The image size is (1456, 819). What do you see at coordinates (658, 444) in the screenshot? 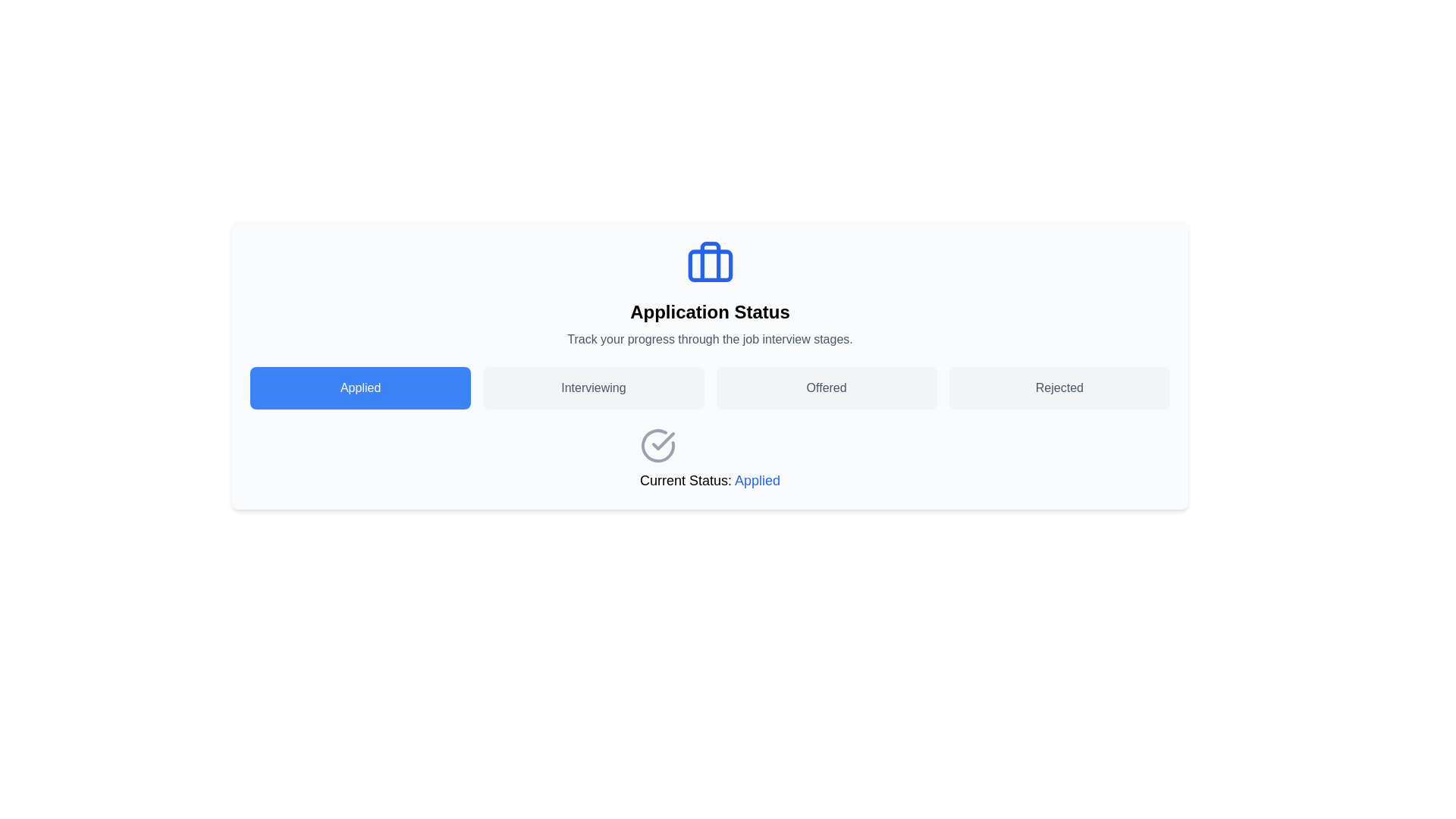
I see `the circular icon containing a checkmark, which has a gray border and transparent background, located near the status text 'Applied' in the section labeled 'Current Status: Applied'` at bounding box center [658, 444].